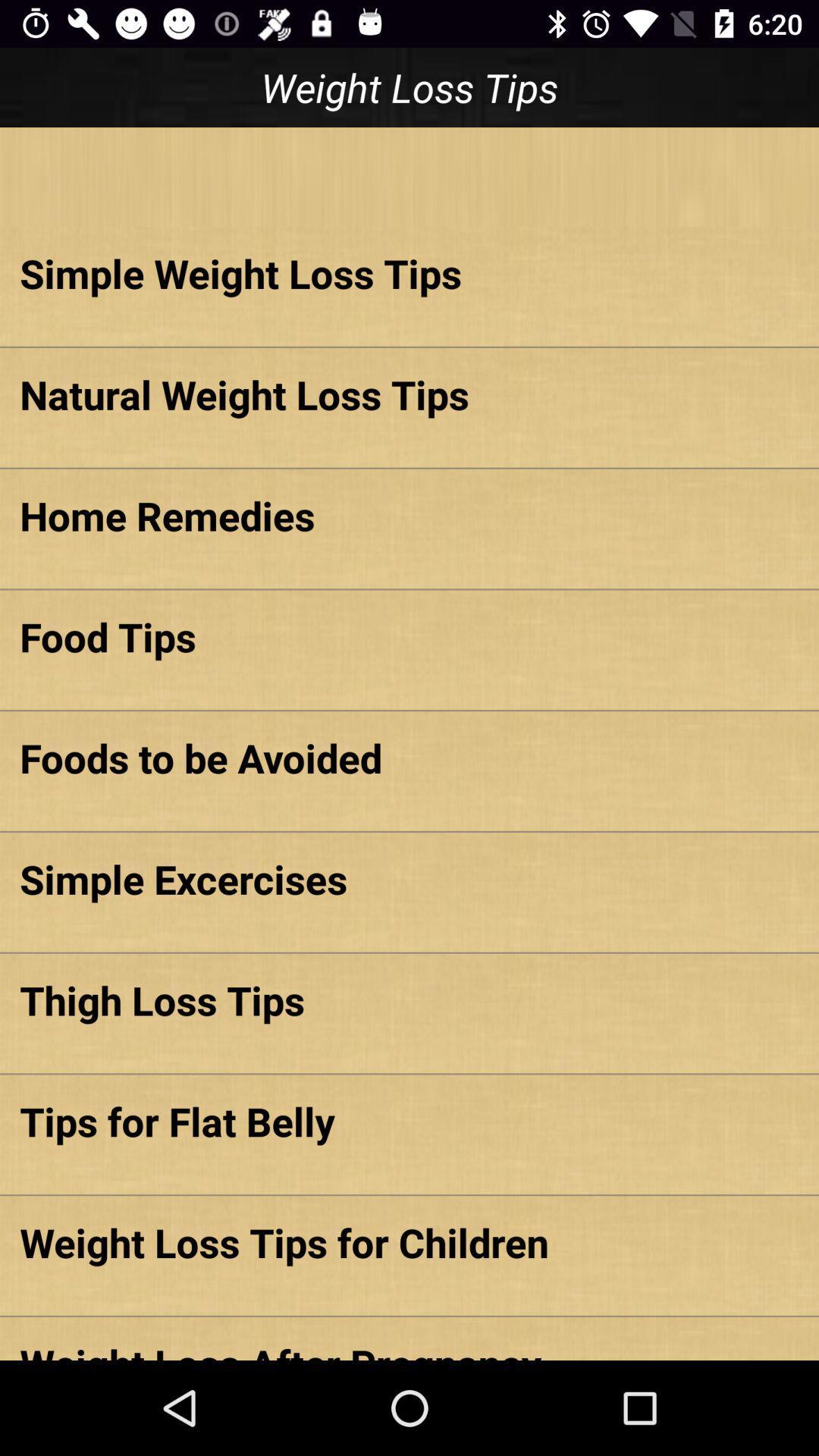 This screenshot has height=1456, width=819. What do you see at coordinates (409, 636) in the screenshot?
I see `the food tips` at bounding box center [409, 636].